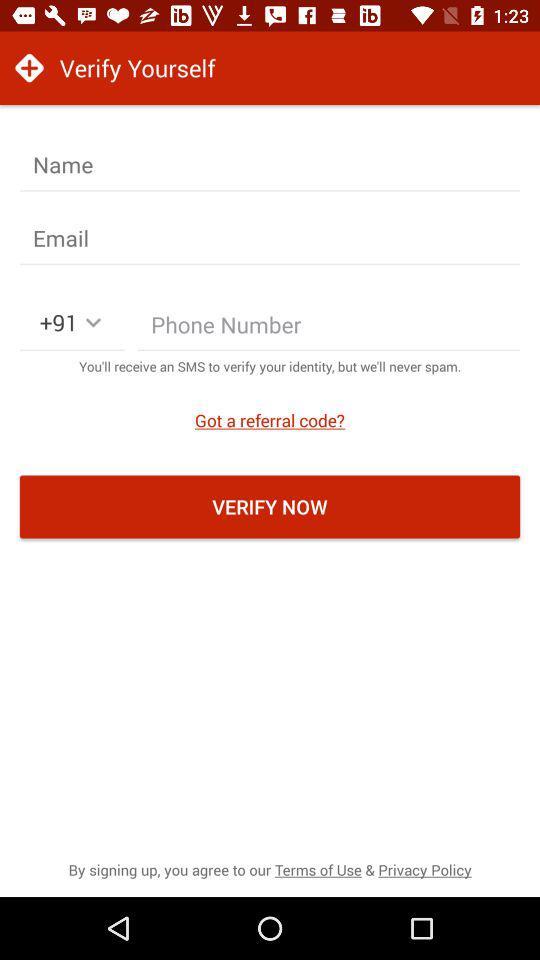  I want to click on phone number, so click(329, 329).